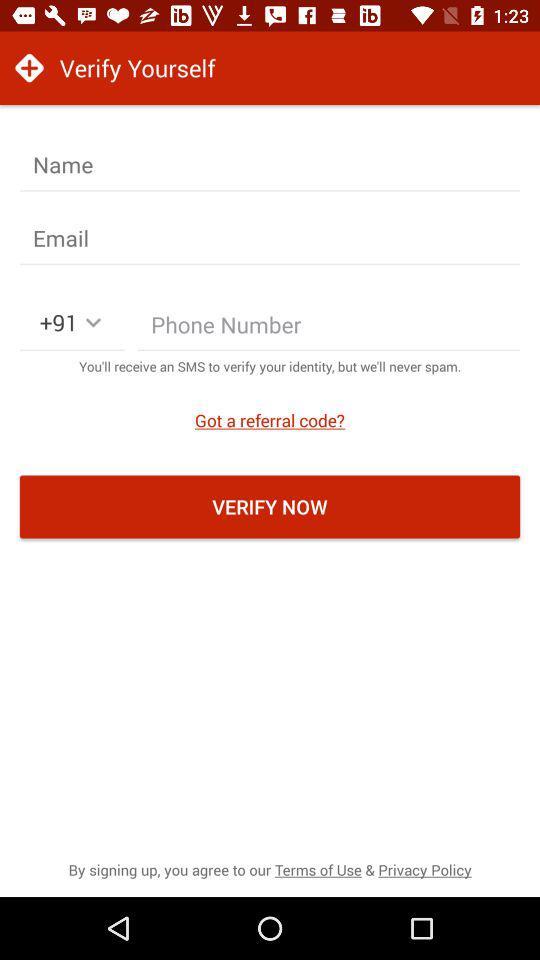  I want to click on phone number, so click(329, 329).